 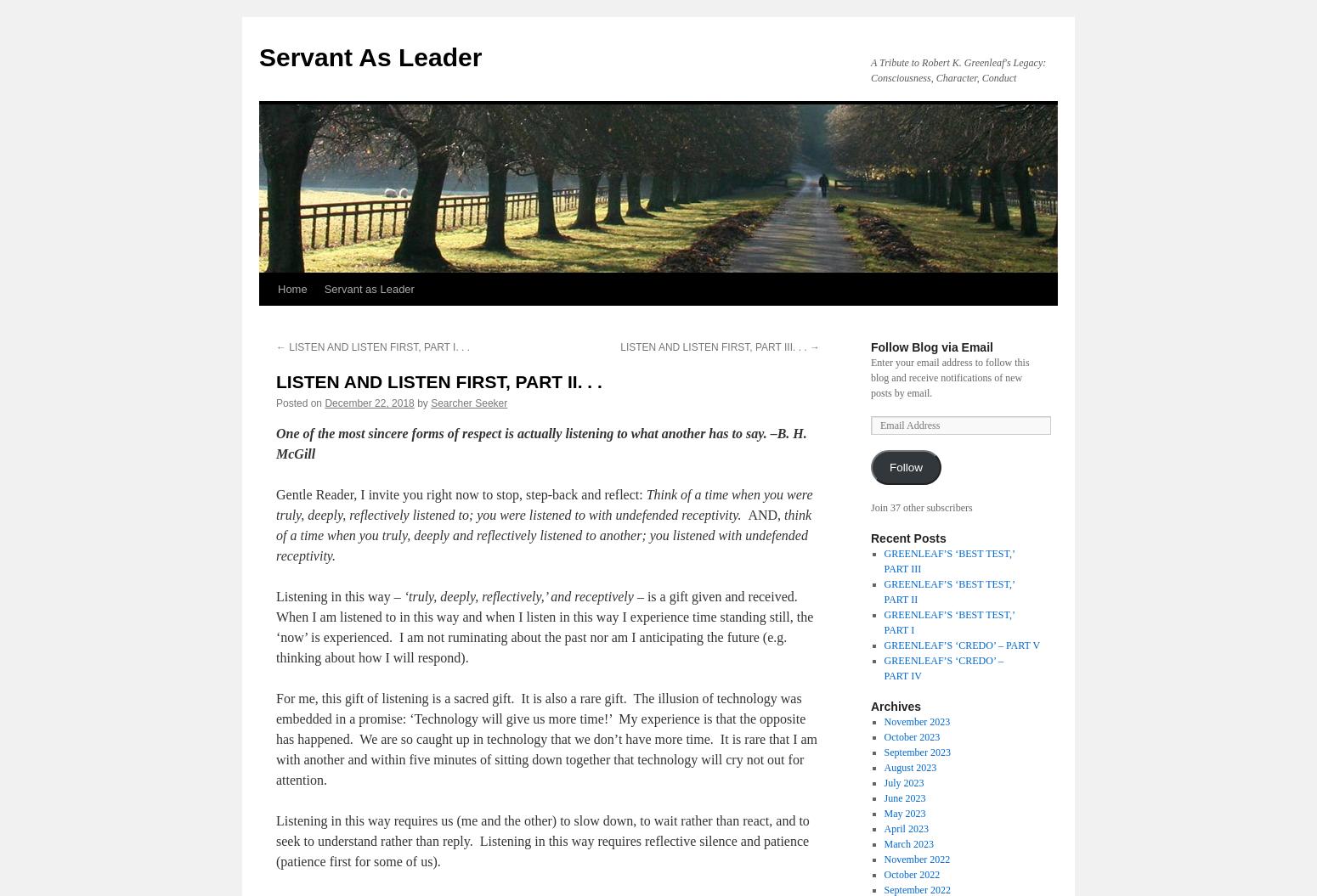 I want to click on 'October 2022', so click(x=912, y=873).